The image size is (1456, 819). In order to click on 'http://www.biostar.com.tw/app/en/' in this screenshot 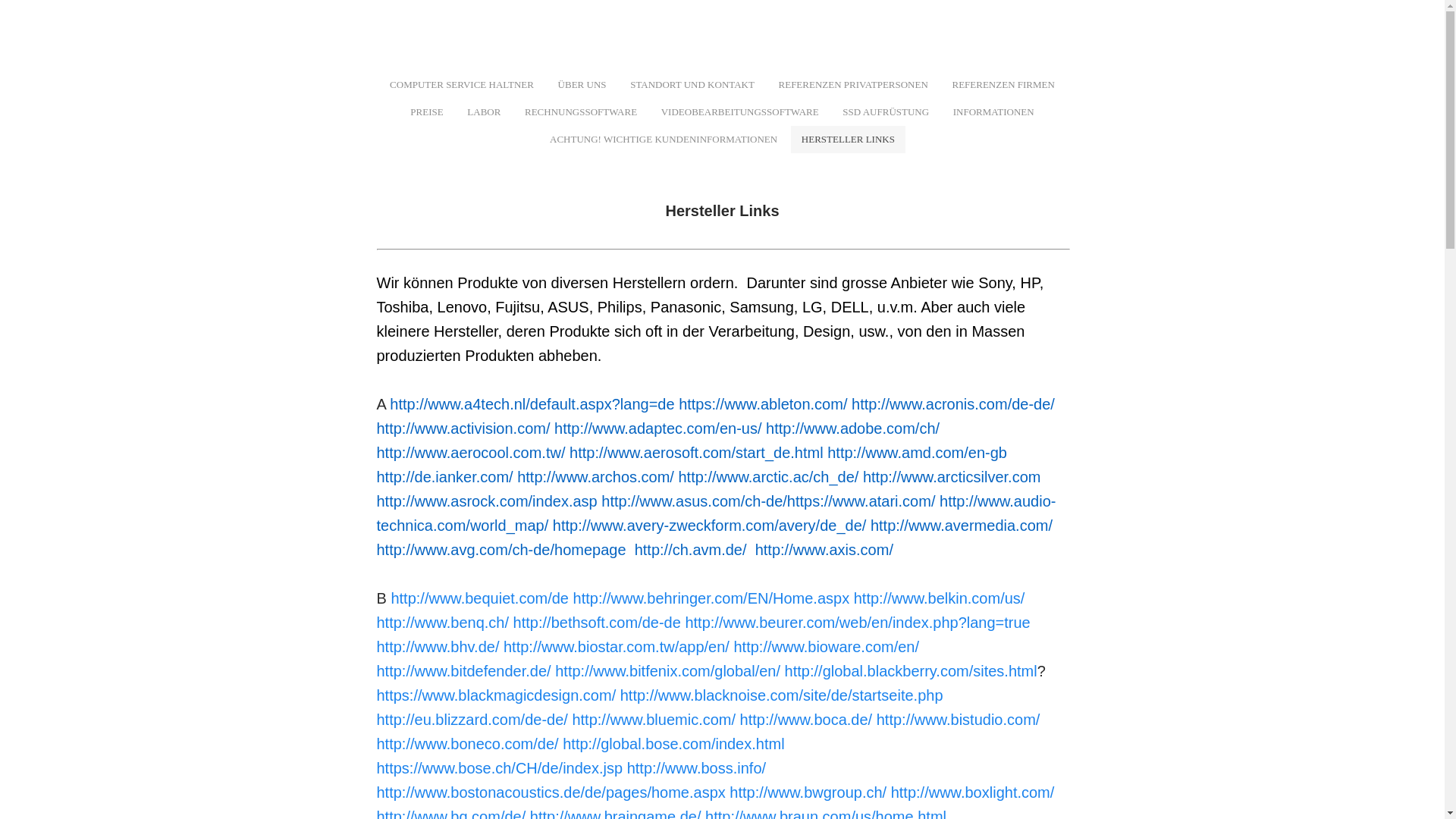, I will do `click(616, 646)`.